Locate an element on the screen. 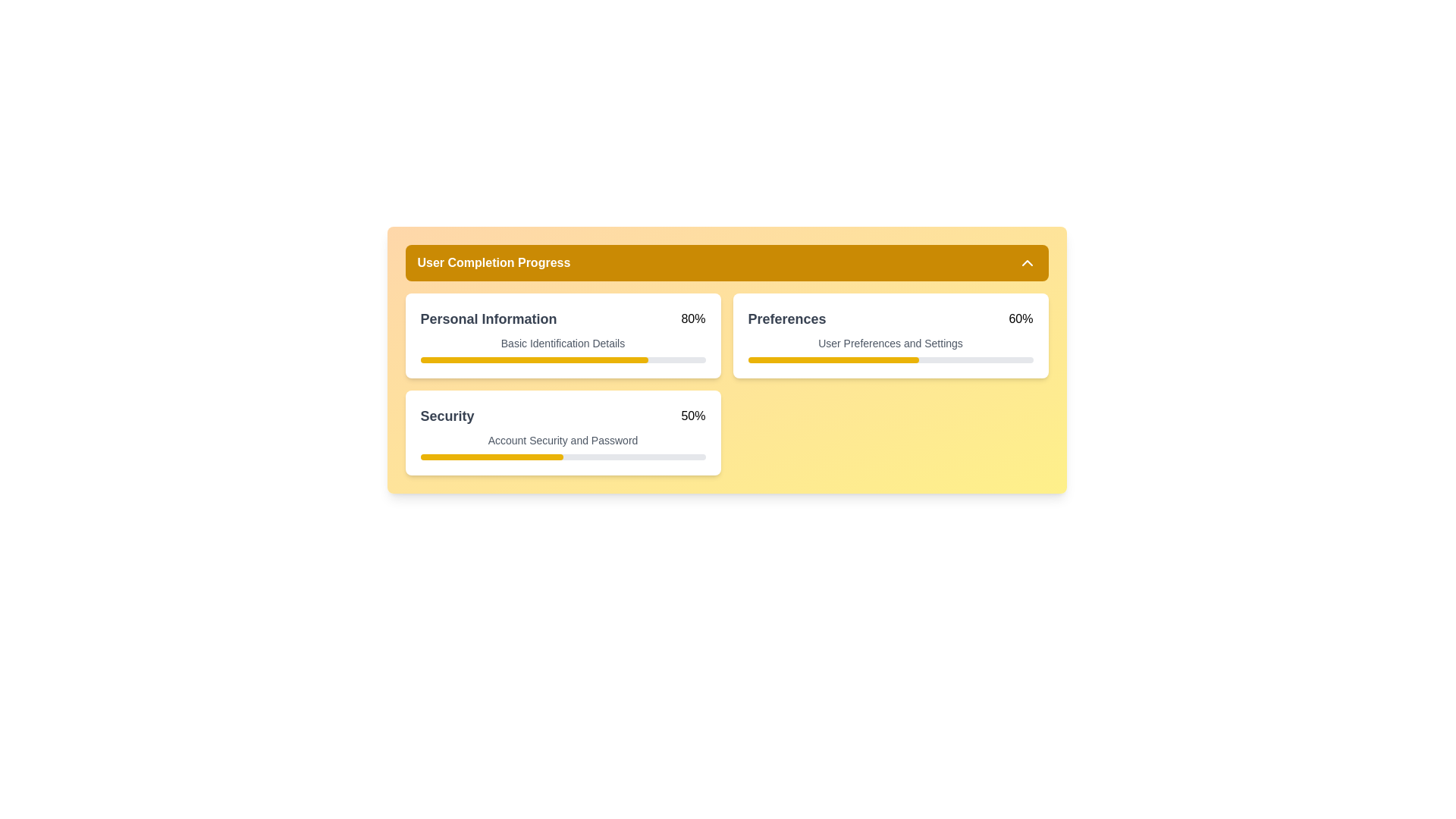 This screenshot has height=819, width=1456. progress bar located in the 'Preferences' section, directly below the text 'User Preferences and Settings' is located at coordinates (890, 359).